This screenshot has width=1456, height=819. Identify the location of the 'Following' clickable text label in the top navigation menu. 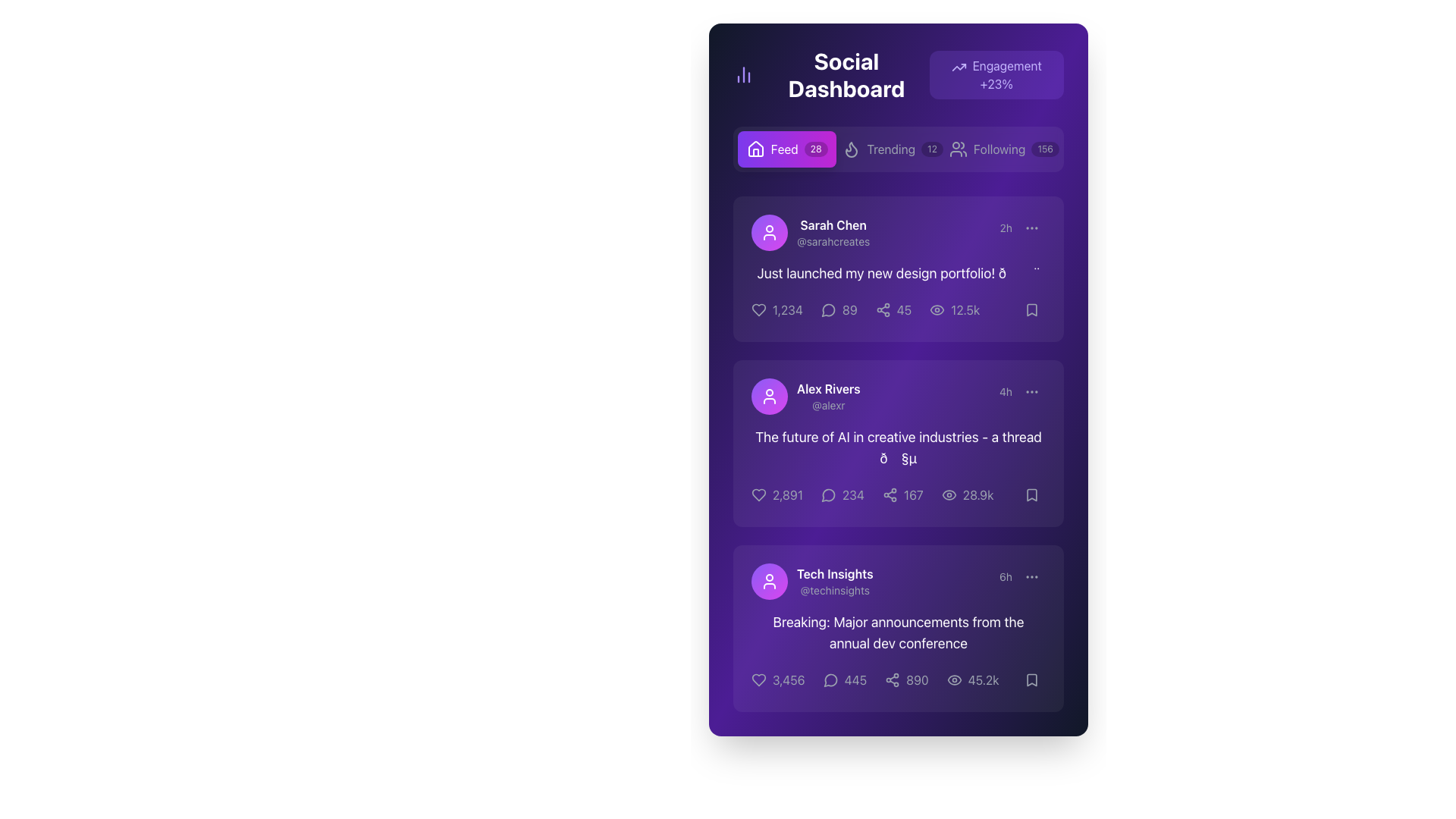
(999, 149).